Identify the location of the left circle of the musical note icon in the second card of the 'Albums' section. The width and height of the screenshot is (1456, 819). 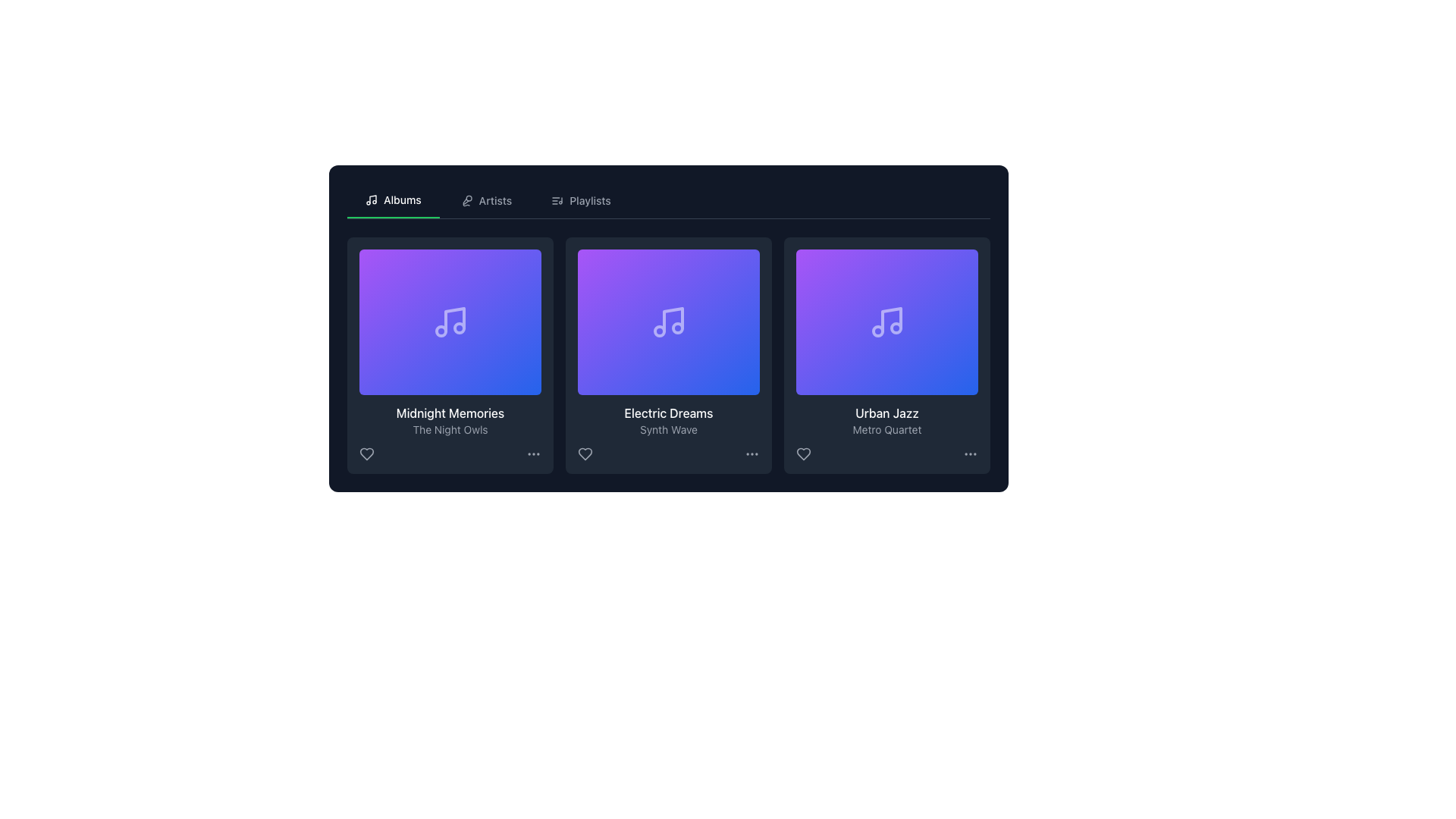
(659, 330).